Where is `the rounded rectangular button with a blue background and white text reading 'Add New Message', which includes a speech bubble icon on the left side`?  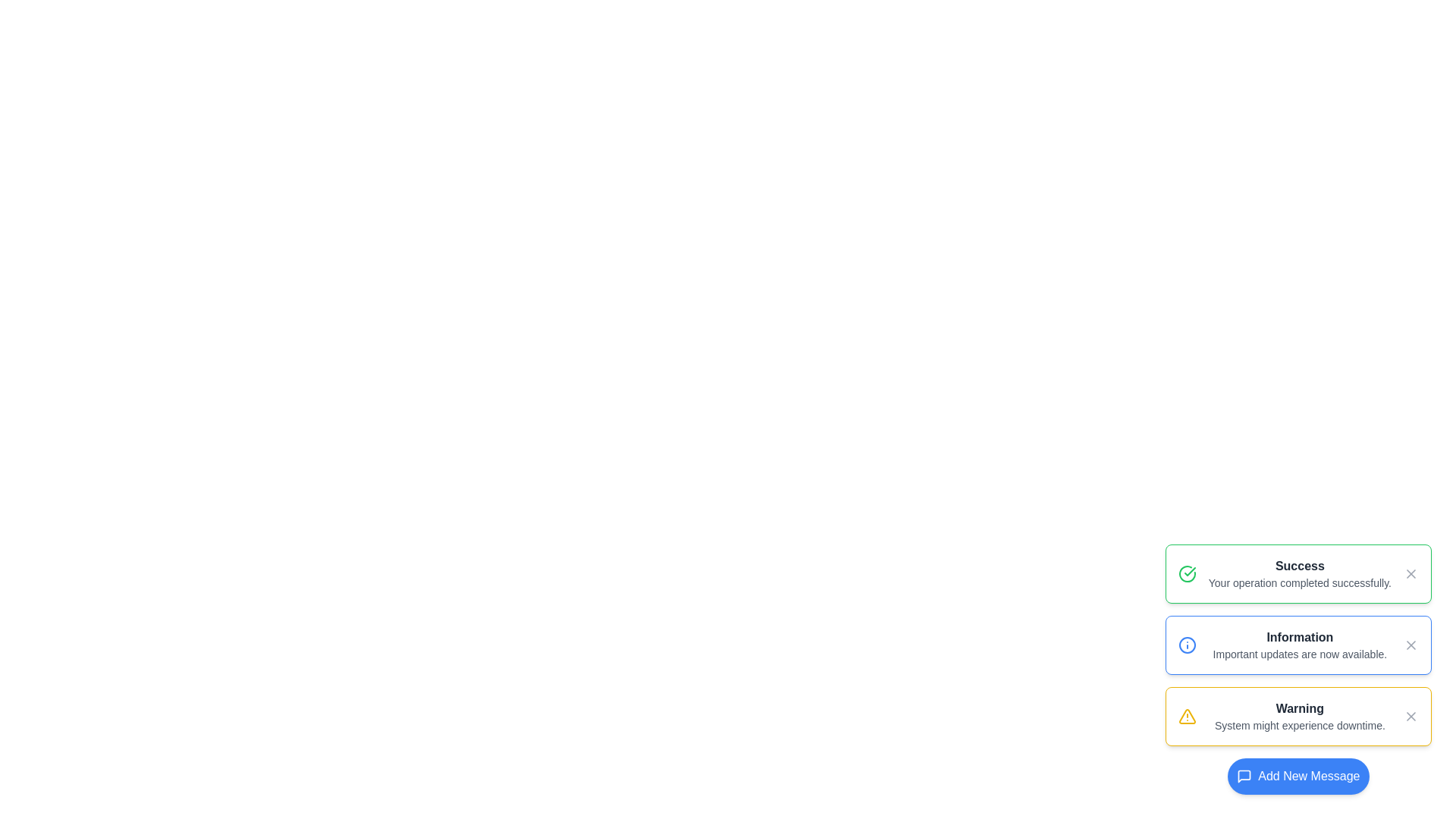 the rounded rectangular button with a blue background and white text reading 'Add New Message', which includes a speech bubble icon on the left side is located at coordinates (1298, 776).